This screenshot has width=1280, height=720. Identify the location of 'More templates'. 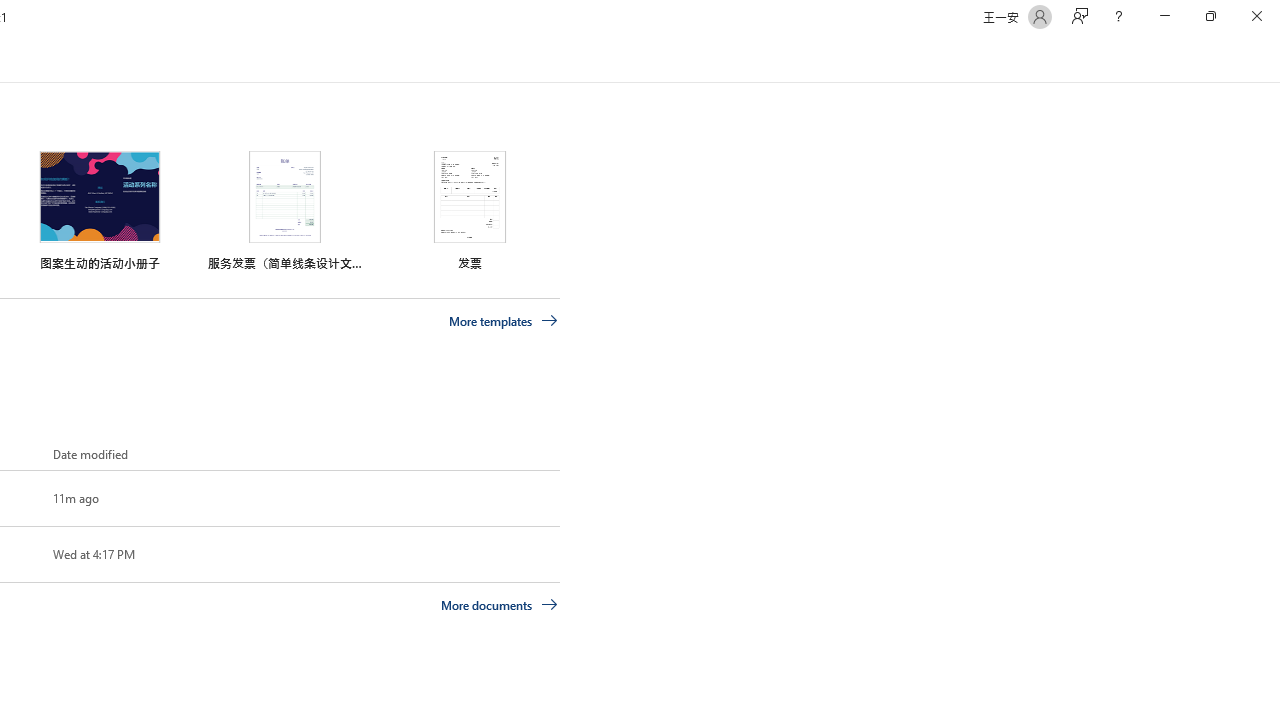
(503, 320).